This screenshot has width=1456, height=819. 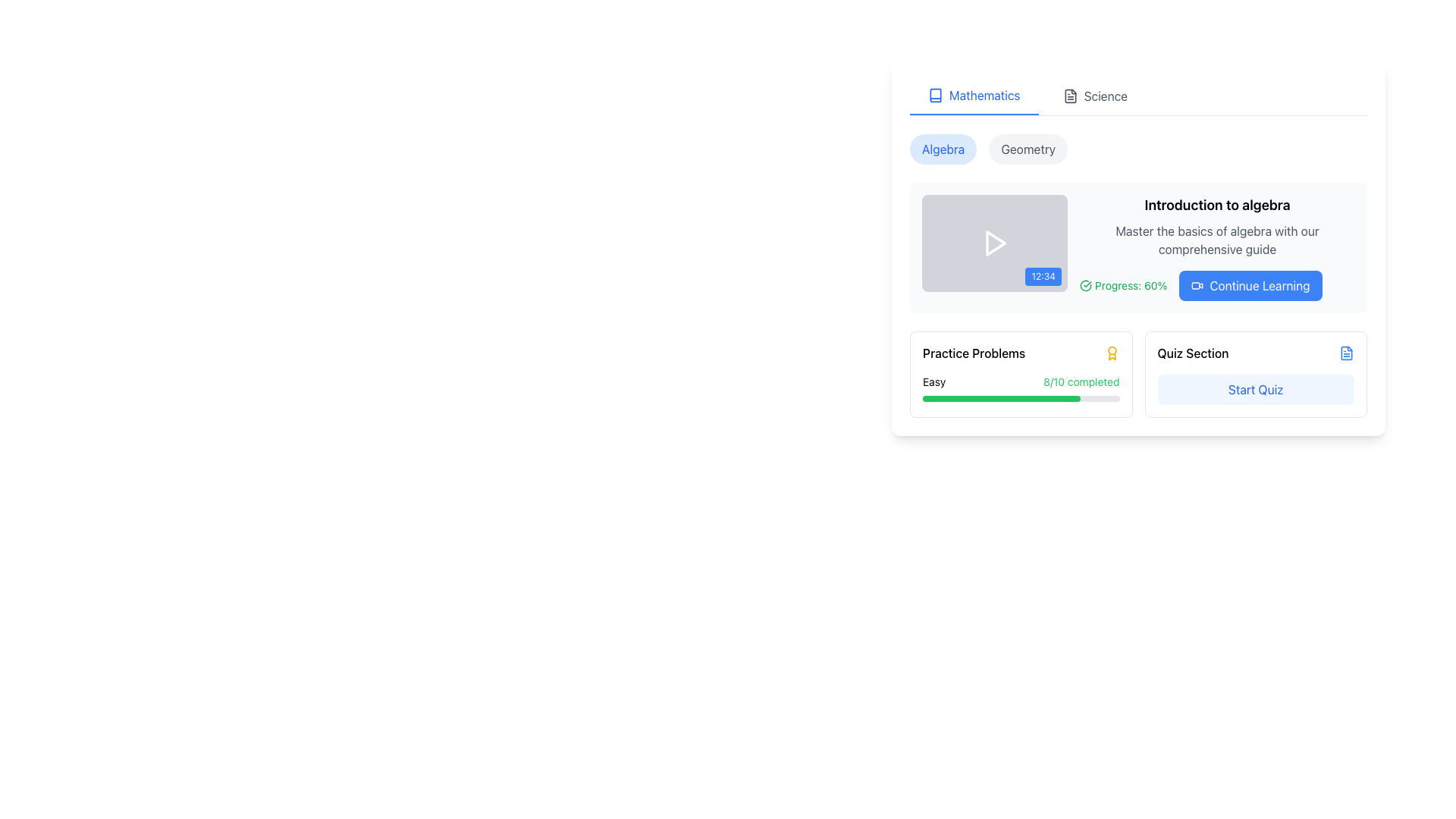 I want to click on the play button, which is an iconic triangular shape resembling a play button, located centrally within a gray rectangular background on the educational content module 'Introduction to algebra', so click(x=996, y=242).